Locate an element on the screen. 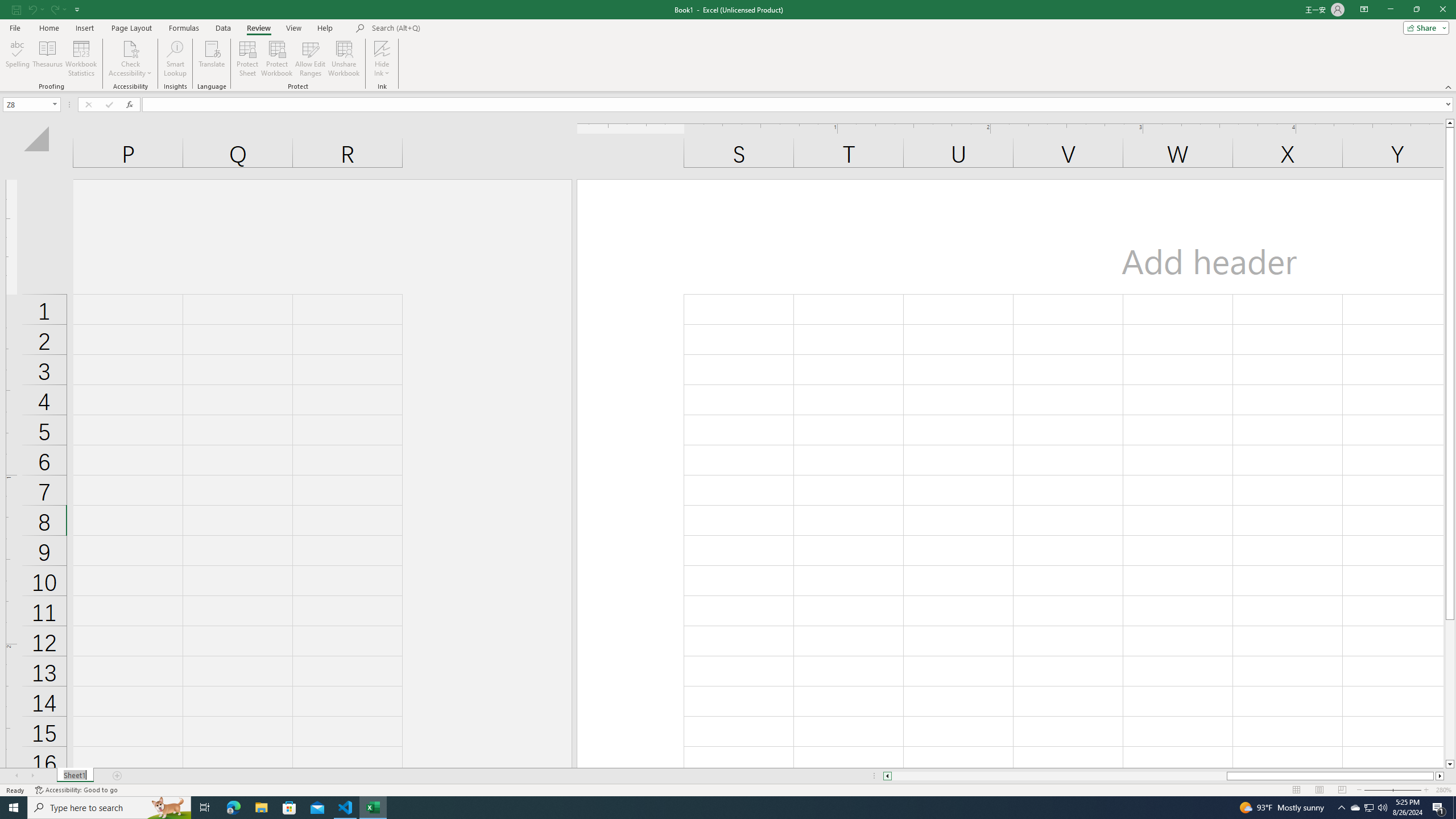 The width and height of the screenshot is (1456, 819). 'Translate' is located at coordinates (211, 59).